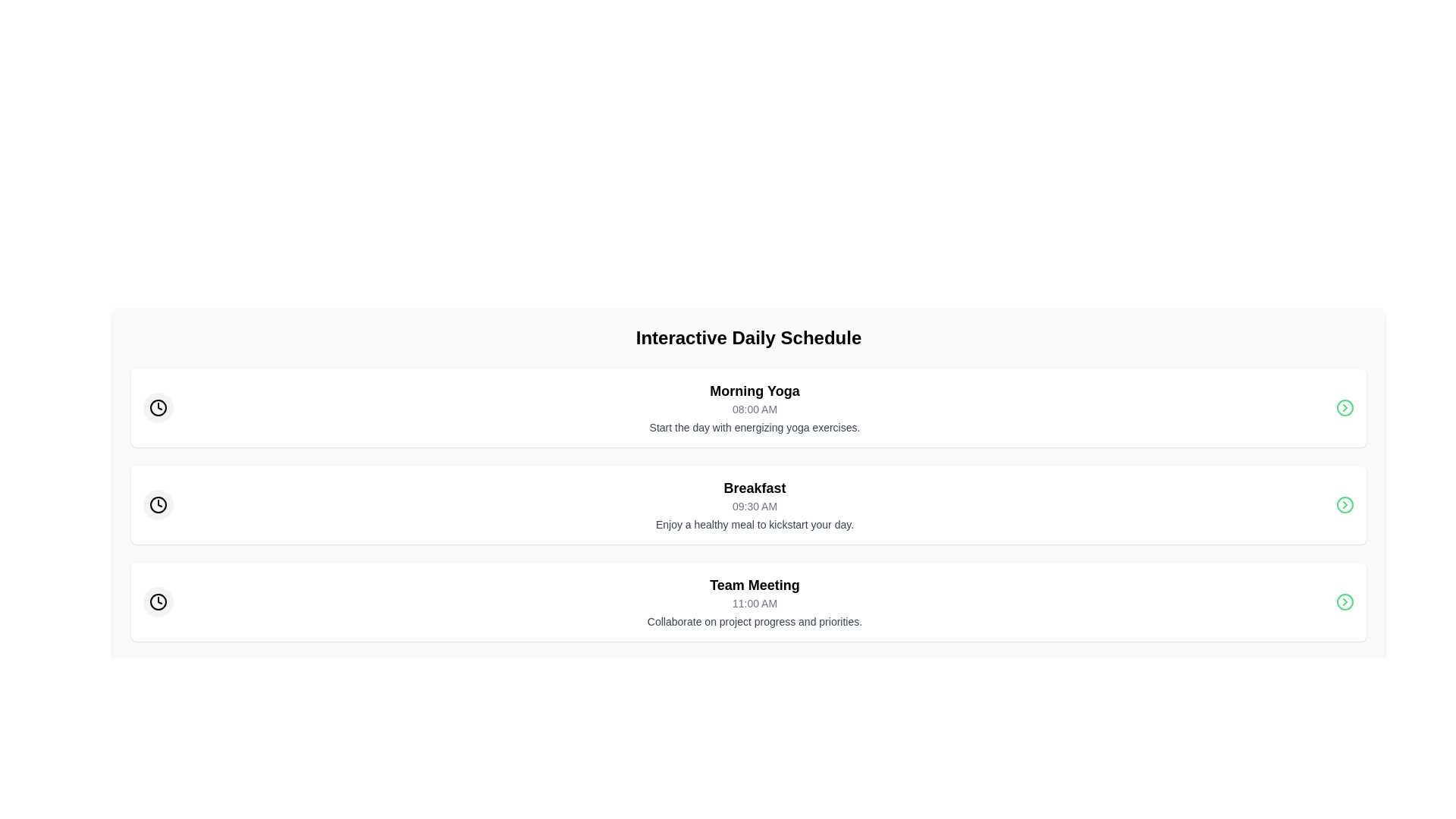 The height and width of the screenshot is (819, 1456). What do you see at coordinates (1345, 505) in the screenshot?
I see `the navigation button located in the far-right position of the second card labeled 'Breakfast'` at bounding box center [1345, 505].